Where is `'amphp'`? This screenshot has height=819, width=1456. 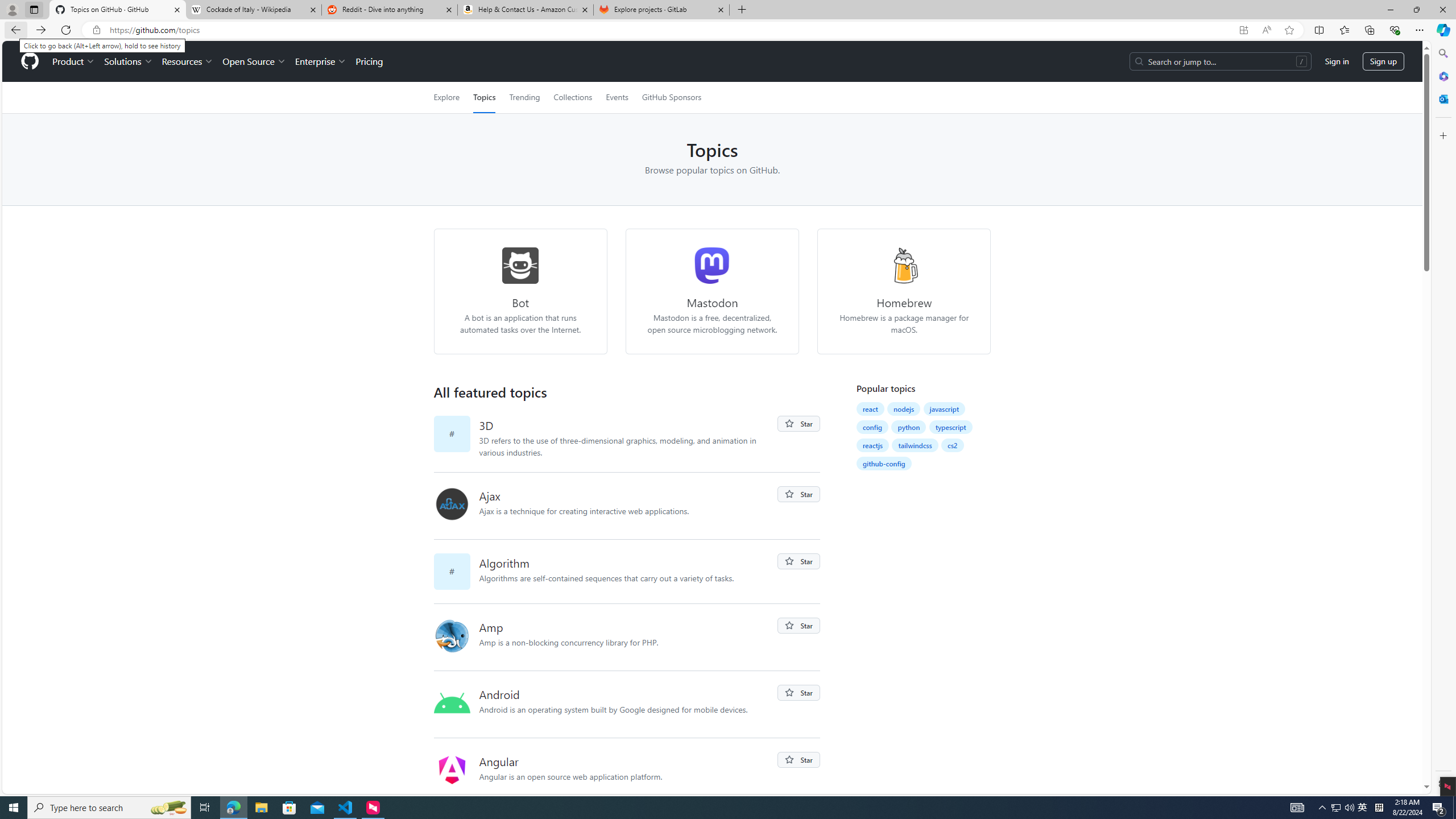 'amphp' is located at coordinates (456, 636).